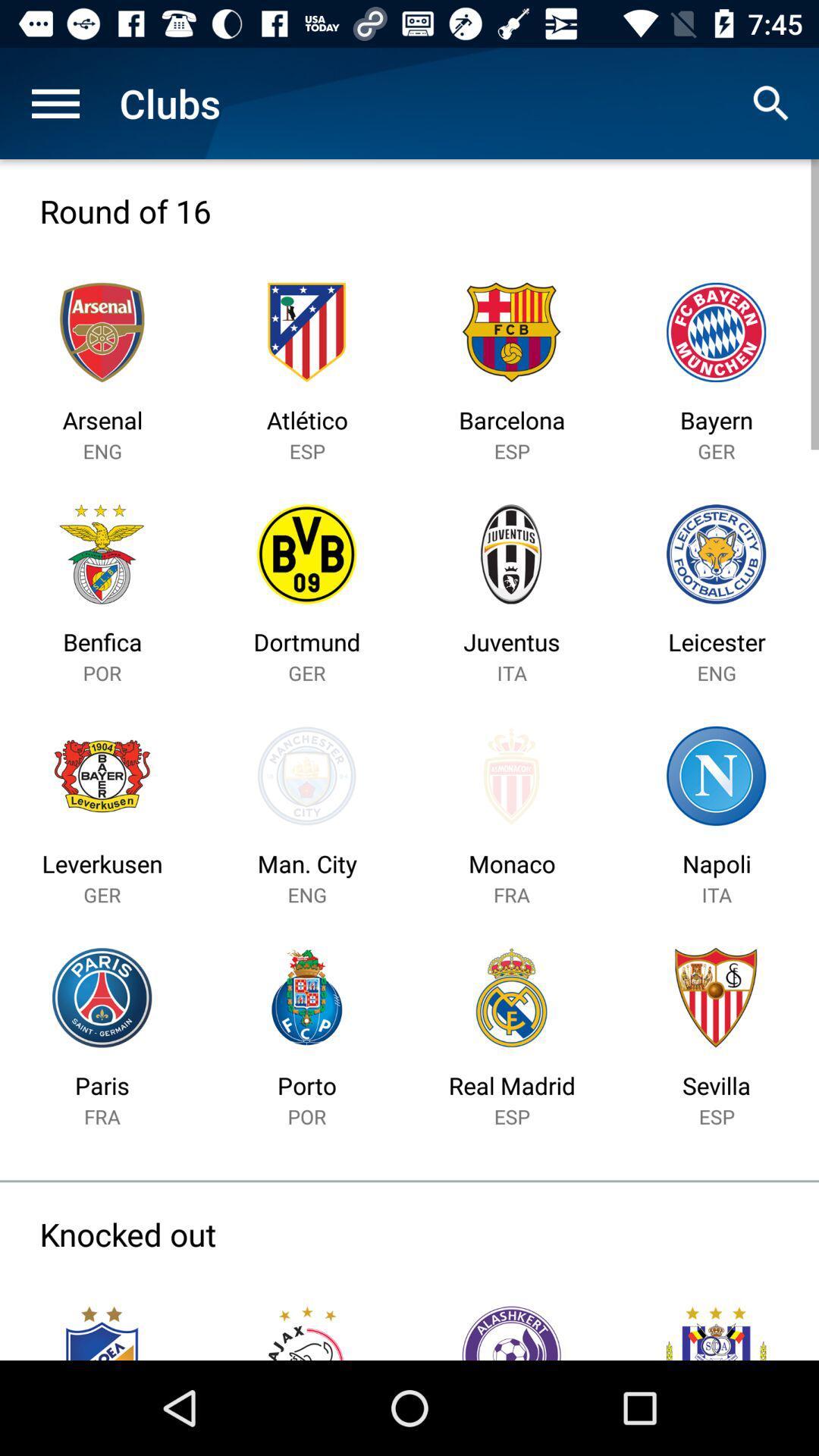 This screenshot has height=1456, width=819. Describe the element at coordinates (55, 102) in the screenshot. I see `the item to the left of the clubs` at that location.